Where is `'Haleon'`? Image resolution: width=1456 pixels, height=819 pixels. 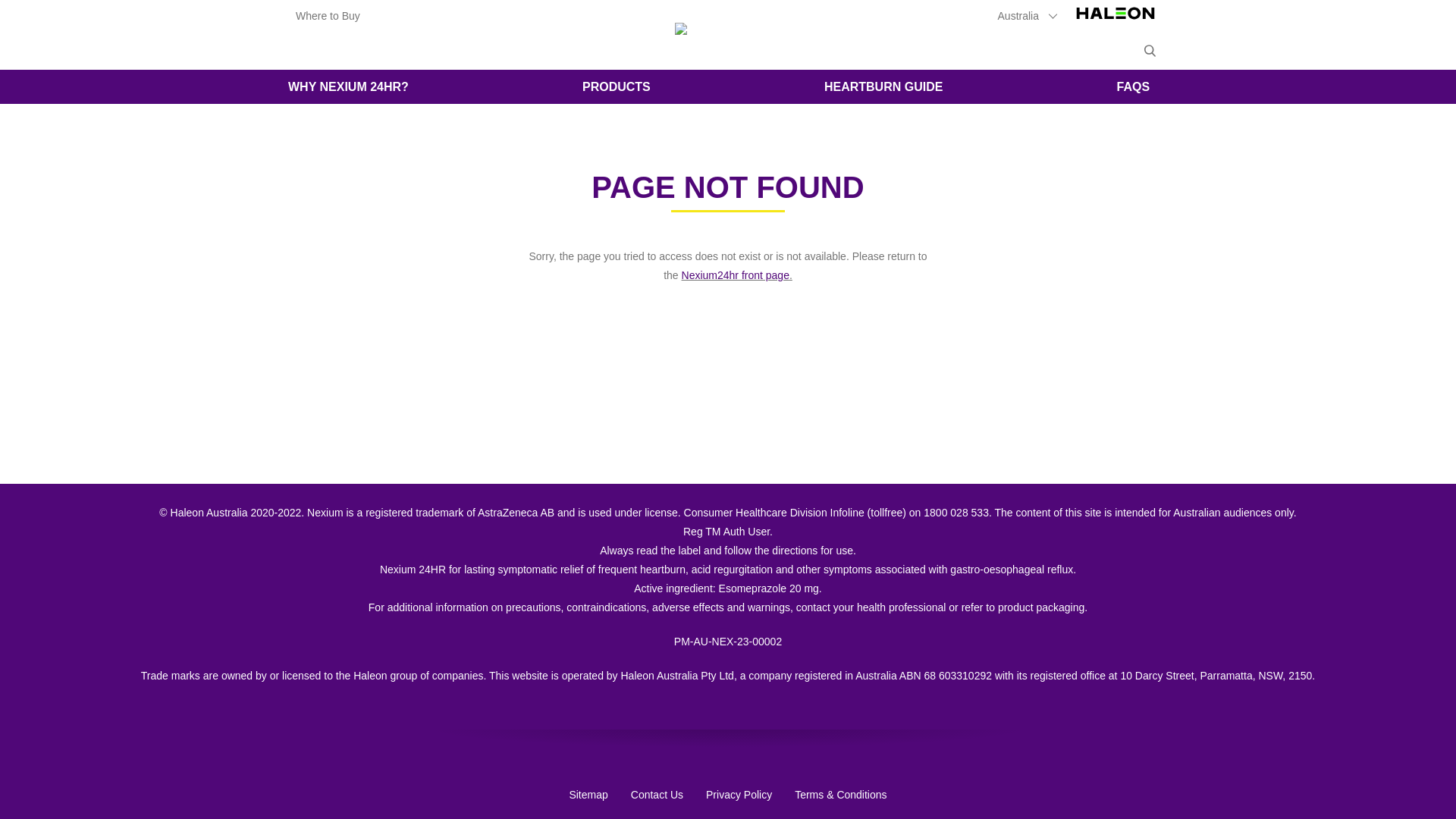 'Haleon' is located at coordinates (1069, 20).